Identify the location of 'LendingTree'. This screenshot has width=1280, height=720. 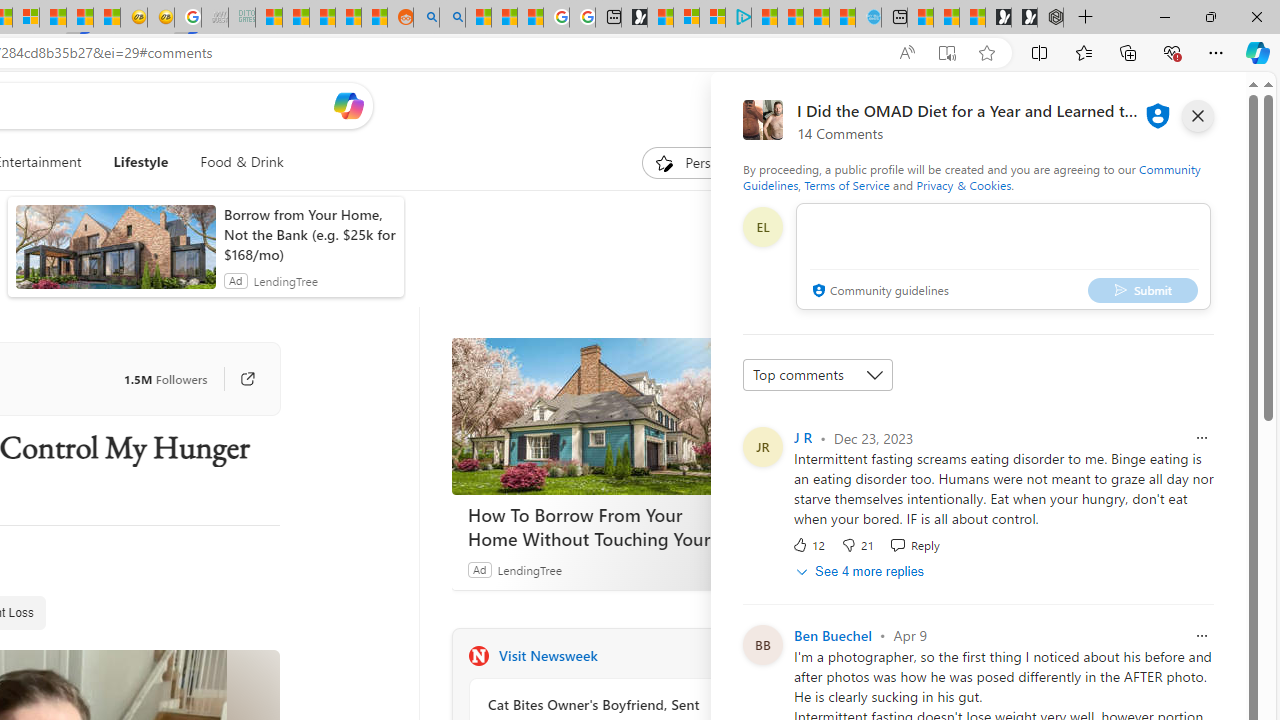
(529, 569).